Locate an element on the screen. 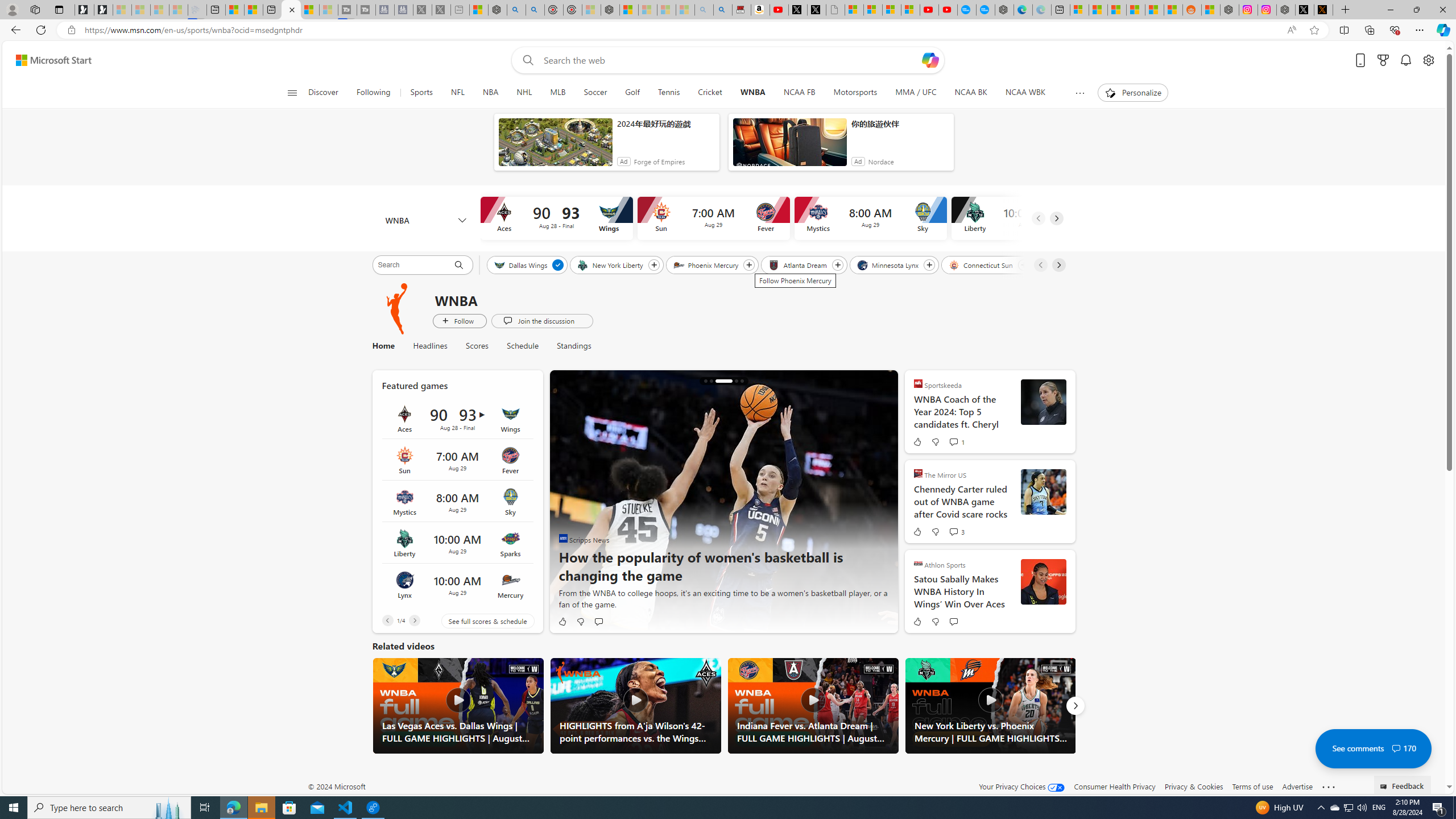  'WNBA' is located at coordinates (752, 92).